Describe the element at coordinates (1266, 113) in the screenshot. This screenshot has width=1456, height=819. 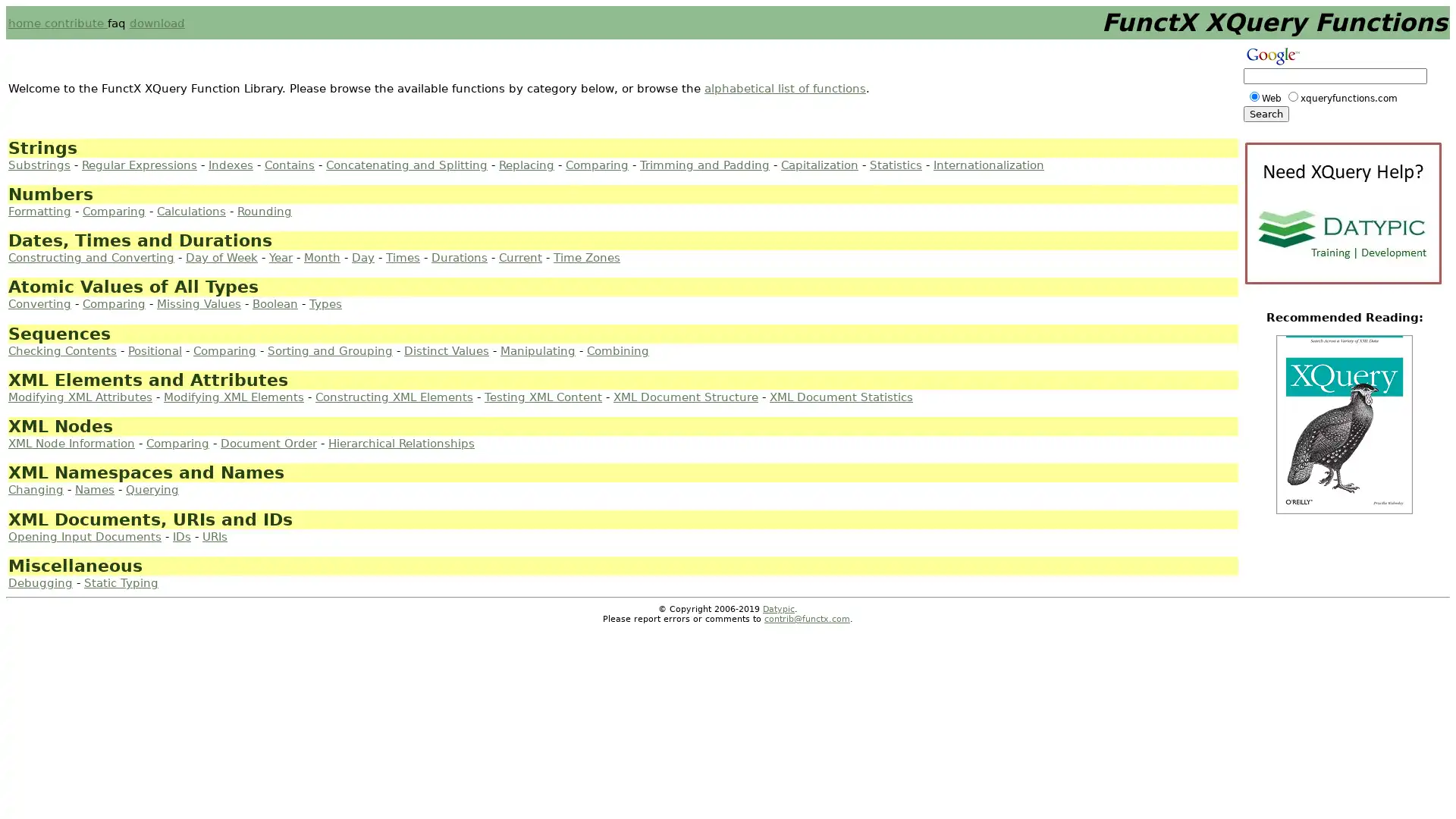
I see `Search` at that location.